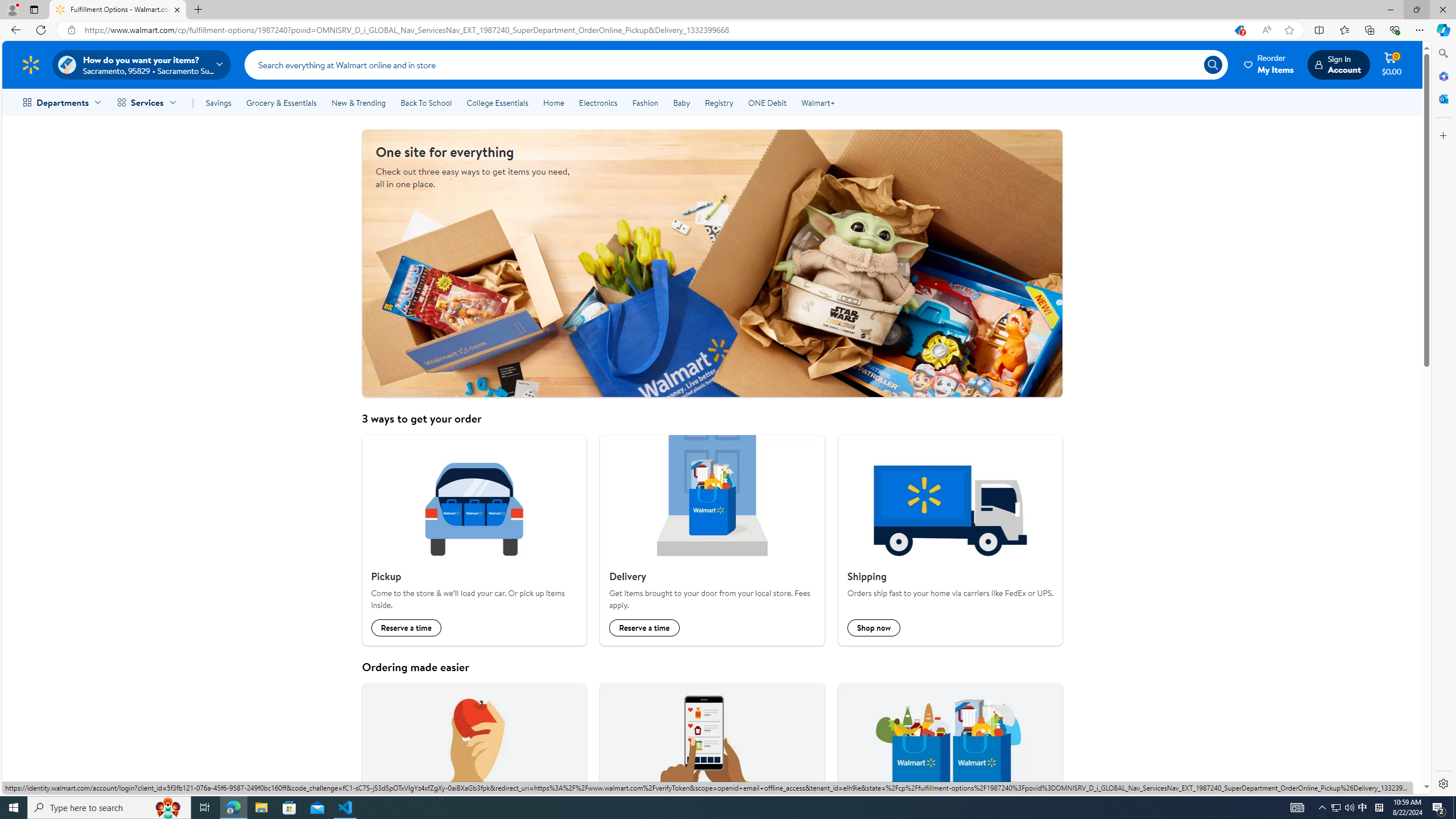 The height and width of the screenshot is (819, 1456). Describe the element at coordinates (718, 102) in the screenshot. I see `'Registry'` at that location.